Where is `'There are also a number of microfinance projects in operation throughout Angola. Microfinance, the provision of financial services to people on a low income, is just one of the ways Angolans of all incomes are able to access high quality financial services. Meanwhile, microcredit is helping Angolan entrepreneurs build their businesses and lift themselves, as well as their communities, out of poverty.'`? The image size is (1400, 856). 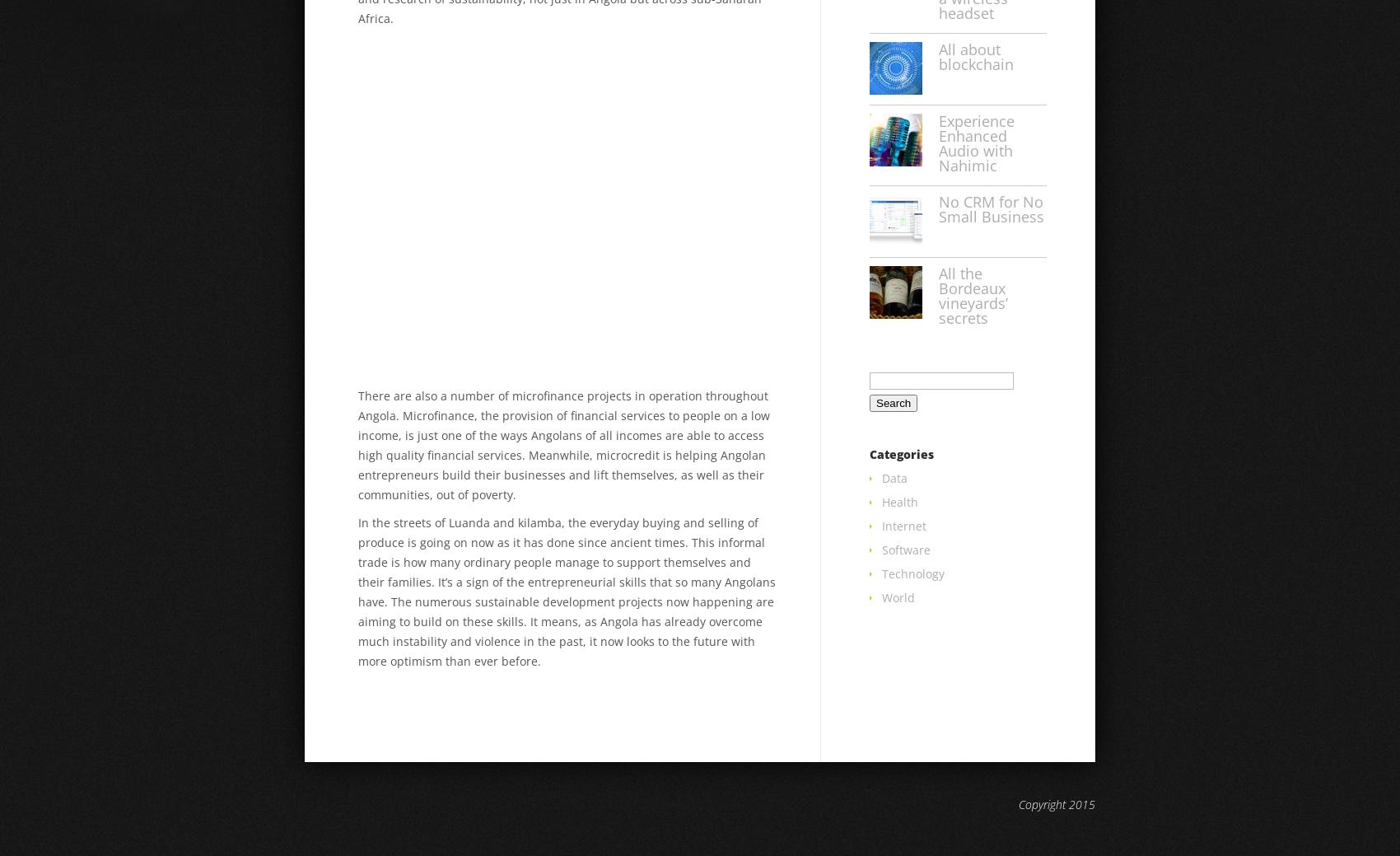
'There are also a number of microfinance projects in operation throughout Angola. Microfinance, the provision of financial services to people on a low income, is just one of the ways Angolans of all incomes are able to access high quality financial services. Meanwhile, microcredit is helping Angolan entrepreneurs build their businesses and lift themselves, as well as their communities, out of poverty.' is located at coordinates (563, 445).